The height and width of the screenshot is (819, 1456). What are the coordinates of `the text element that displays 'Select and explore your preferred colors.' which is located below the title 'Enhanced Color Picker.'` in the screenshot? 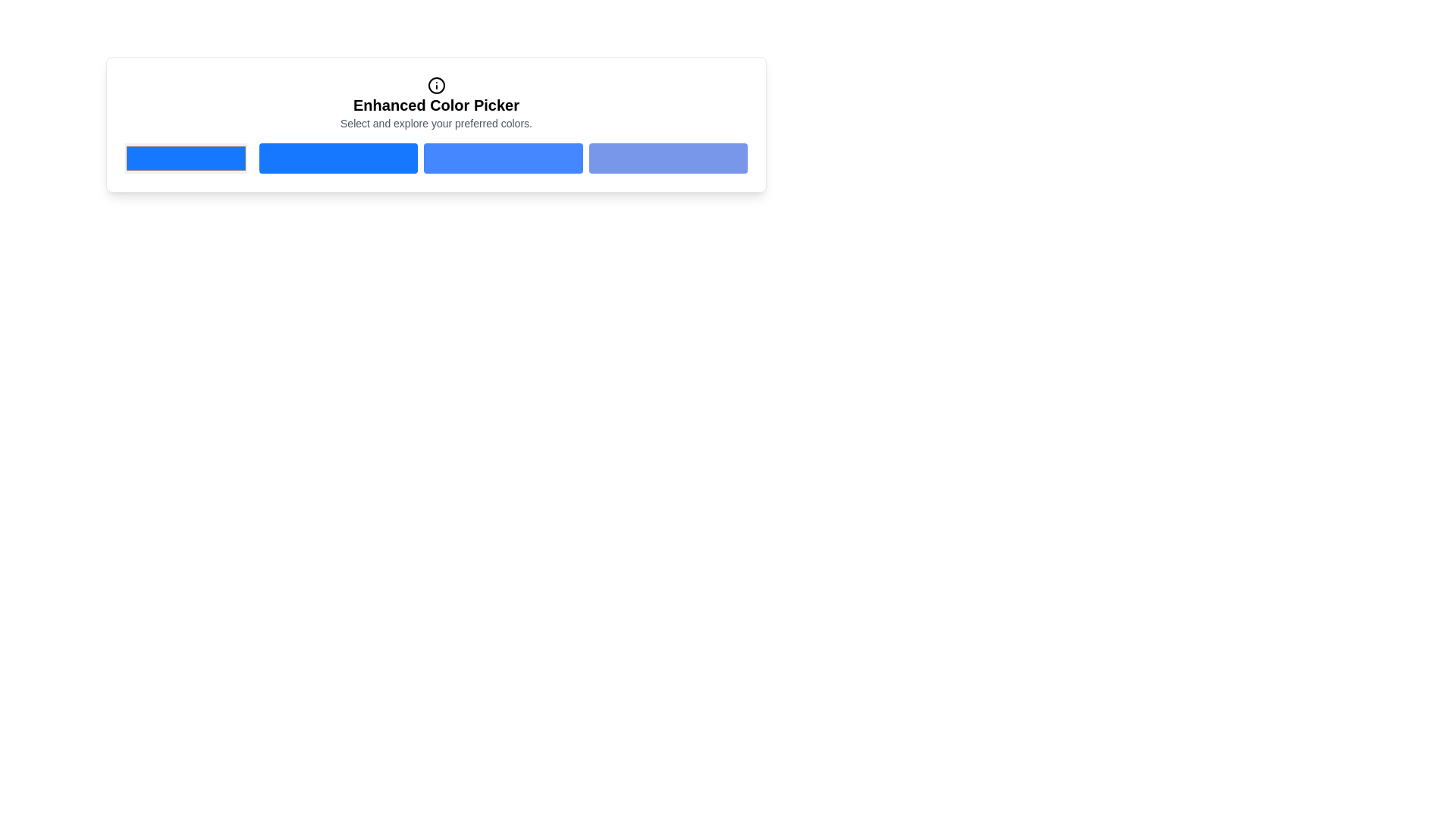 It's located at (435, 122).